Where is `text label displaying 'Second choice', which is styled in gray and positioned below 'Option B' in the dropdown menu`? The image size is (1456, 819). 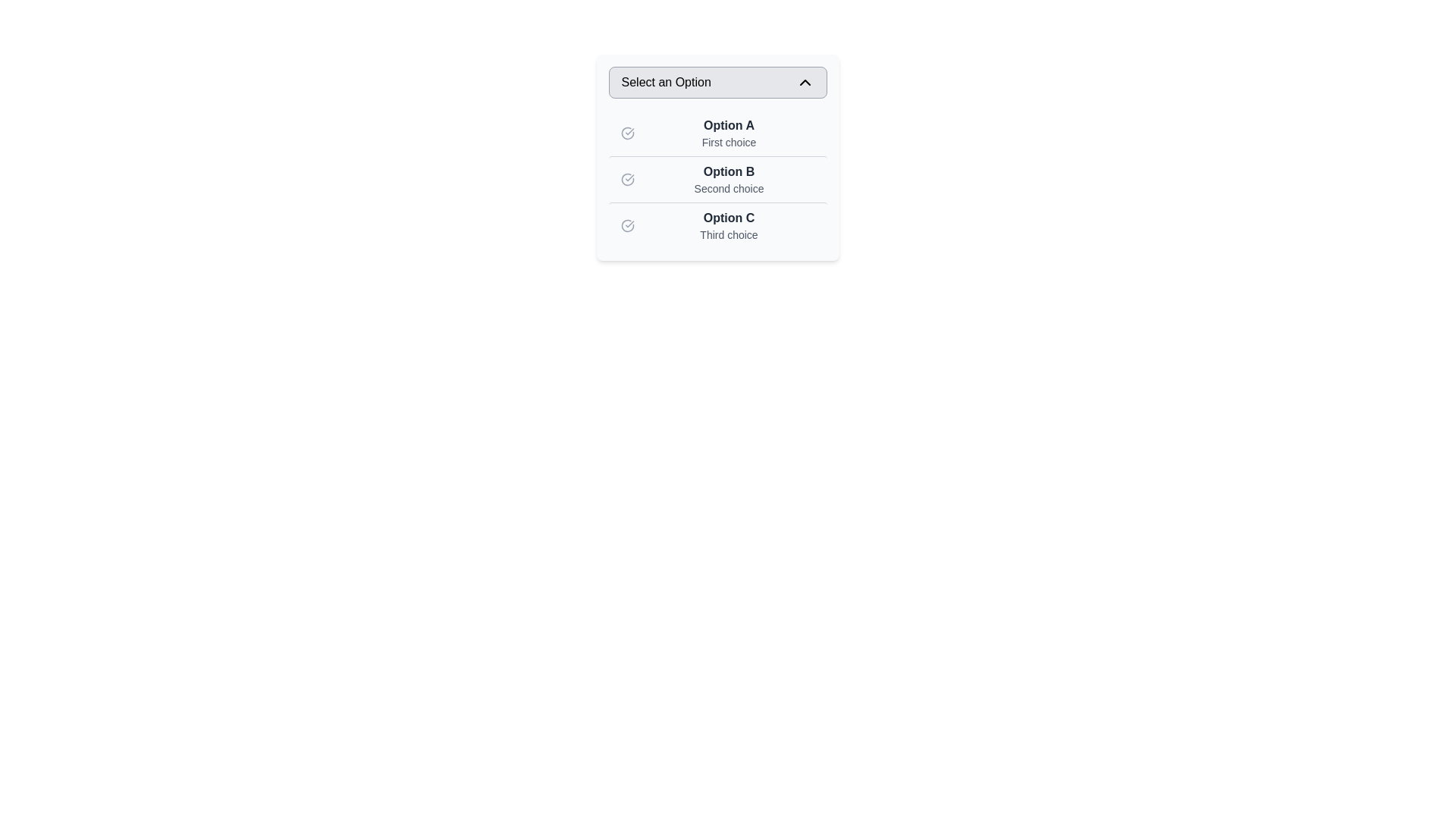
text label displaying 'Second choice', which is styled in gray and positioned below 'Option B' in the dropdown menu is located at coordinates (729, 188).